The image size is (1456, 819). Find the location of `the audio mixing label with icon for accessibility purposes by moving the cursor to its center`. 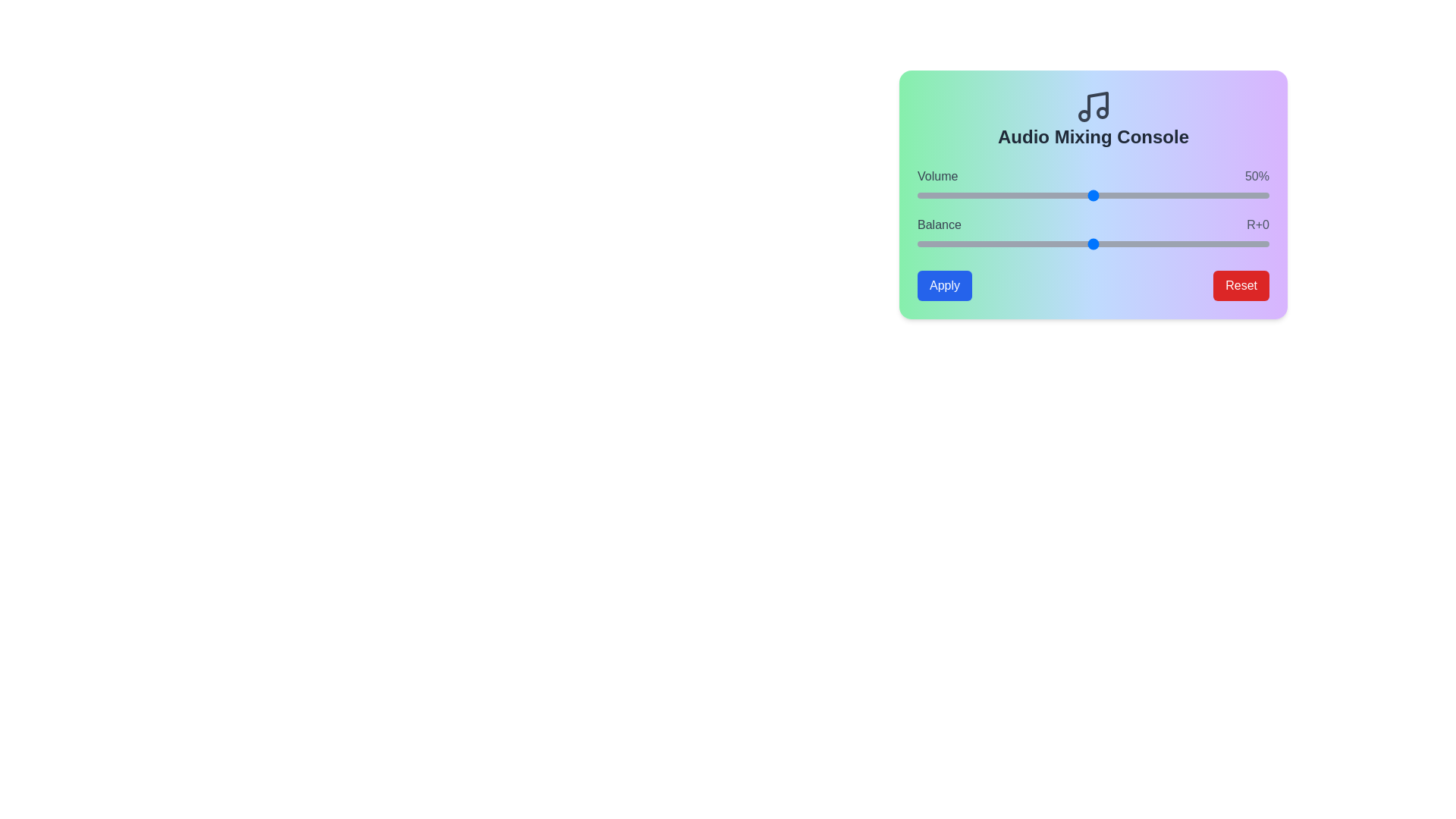

the audio mixing label with icon for accessibility purposes by moving the cursor to its center is located at coordinates (1093, 118).